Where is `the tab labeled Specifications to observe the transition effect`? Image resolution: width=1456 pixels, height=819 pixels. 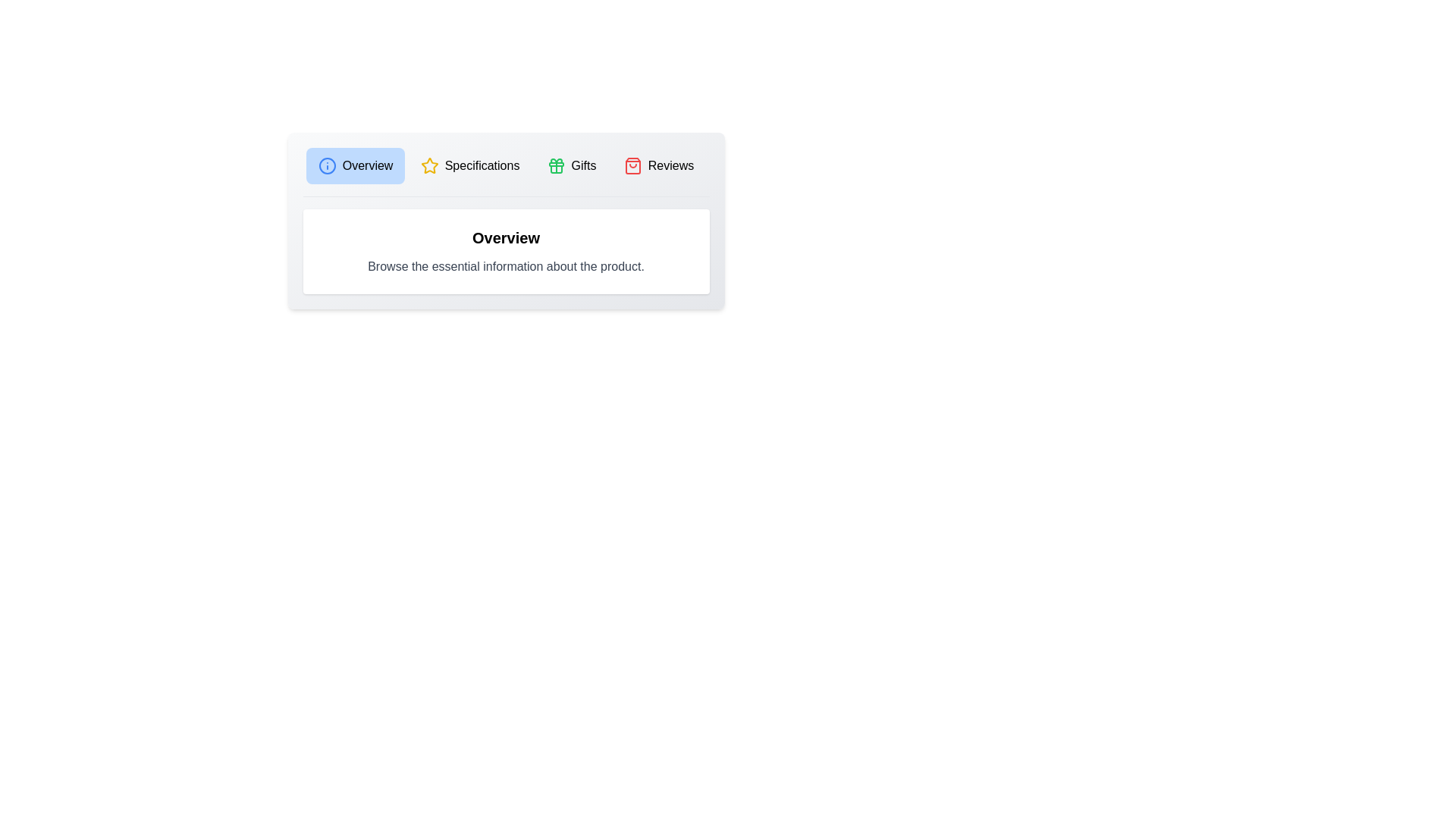
the tab labeled Specifications to observe the transition effect is located at coordinates (469, 166).